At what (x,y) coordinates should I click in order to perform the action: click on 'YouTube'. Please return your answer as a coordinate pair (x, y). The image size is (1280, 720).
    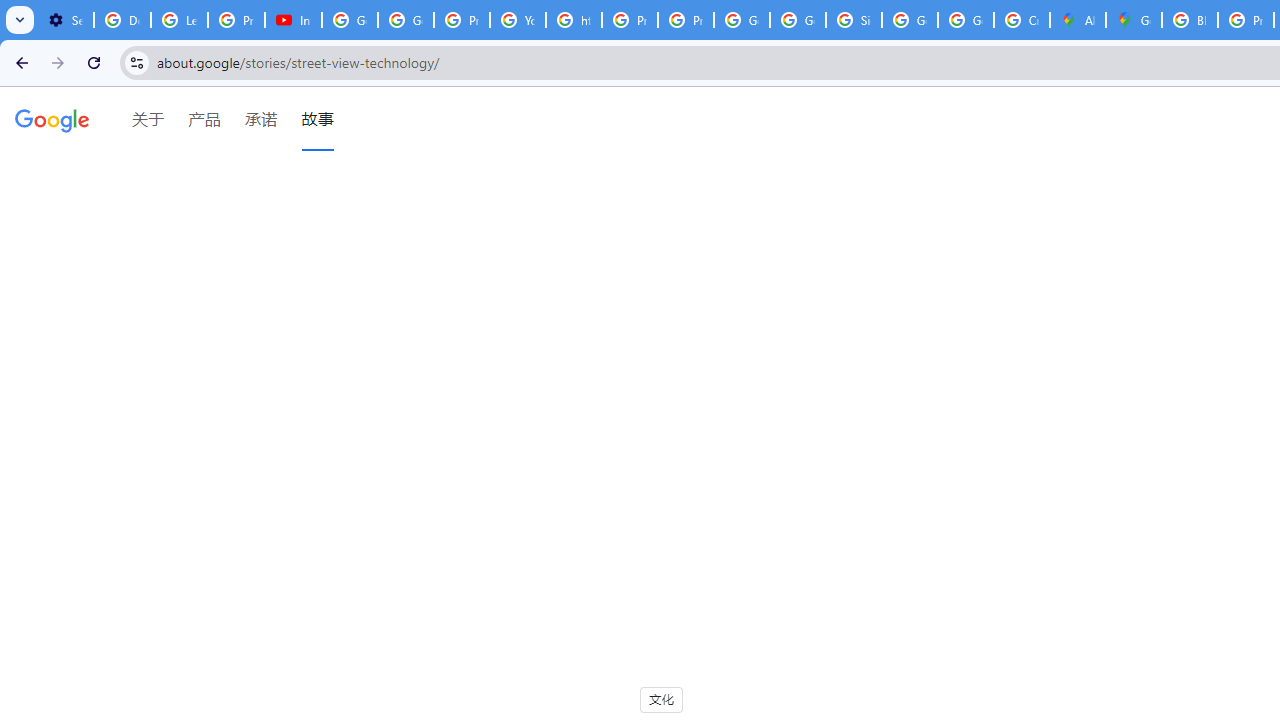
    Looking at the image, I should click on (518, 20).